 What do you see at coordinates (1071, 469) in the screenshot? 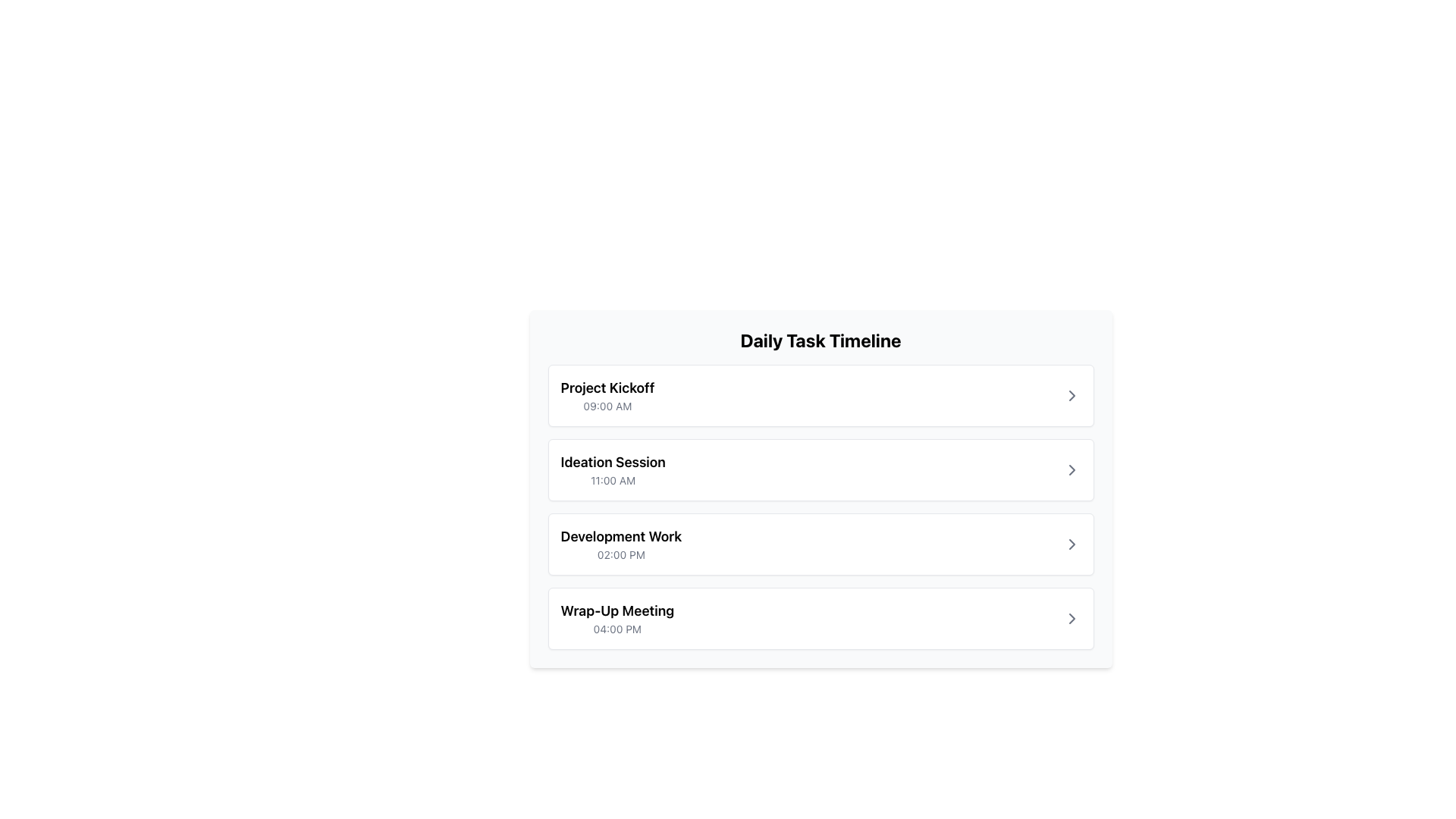
I see `the small gray arrow icon button located at the far-right of the 'Ideation Session 11:00 AM' entry in the list` at bounding box center [1071, 469].